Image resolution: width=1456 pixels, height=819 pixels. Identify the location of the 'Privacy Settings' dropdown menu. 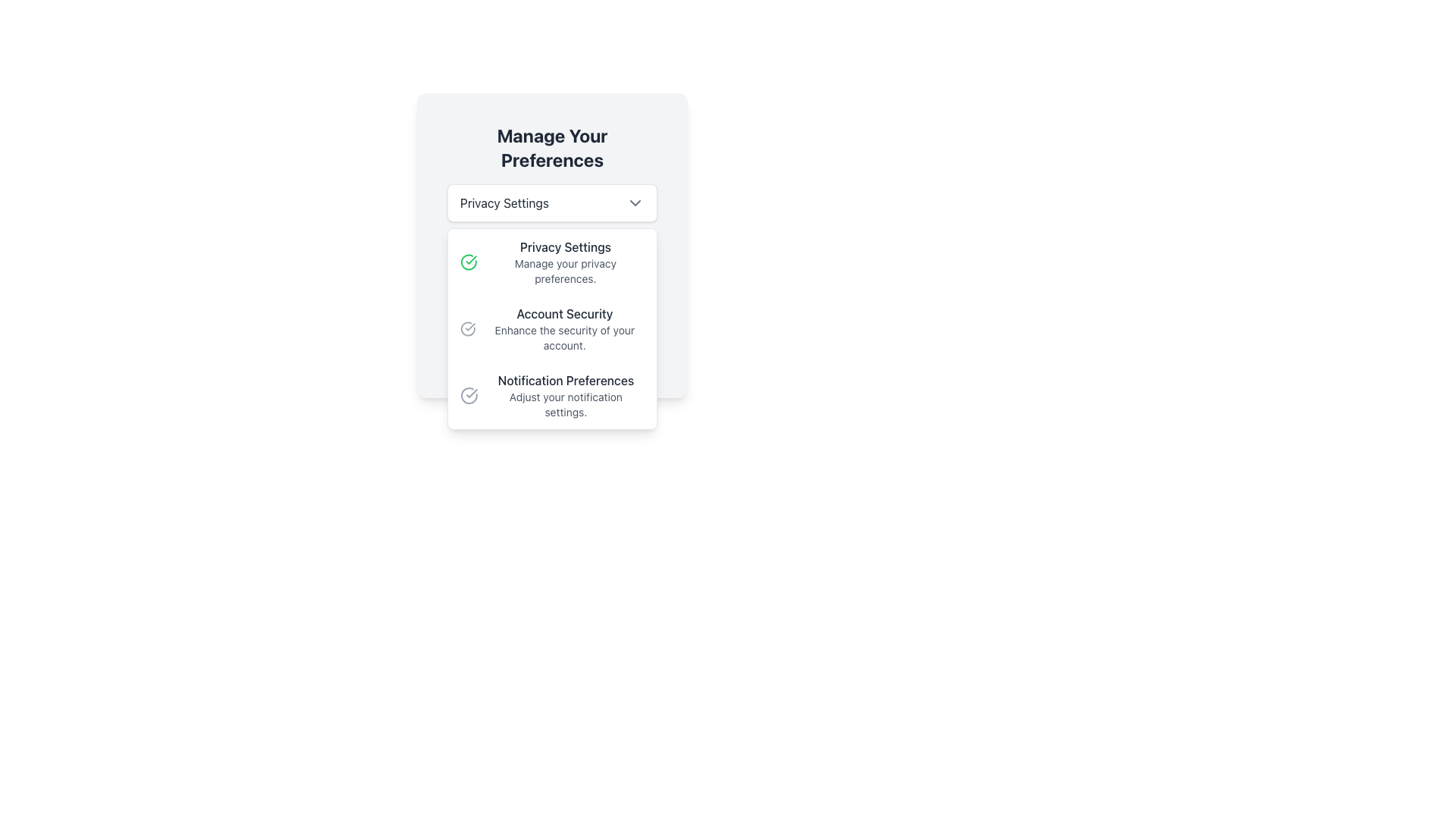
(551, 202).